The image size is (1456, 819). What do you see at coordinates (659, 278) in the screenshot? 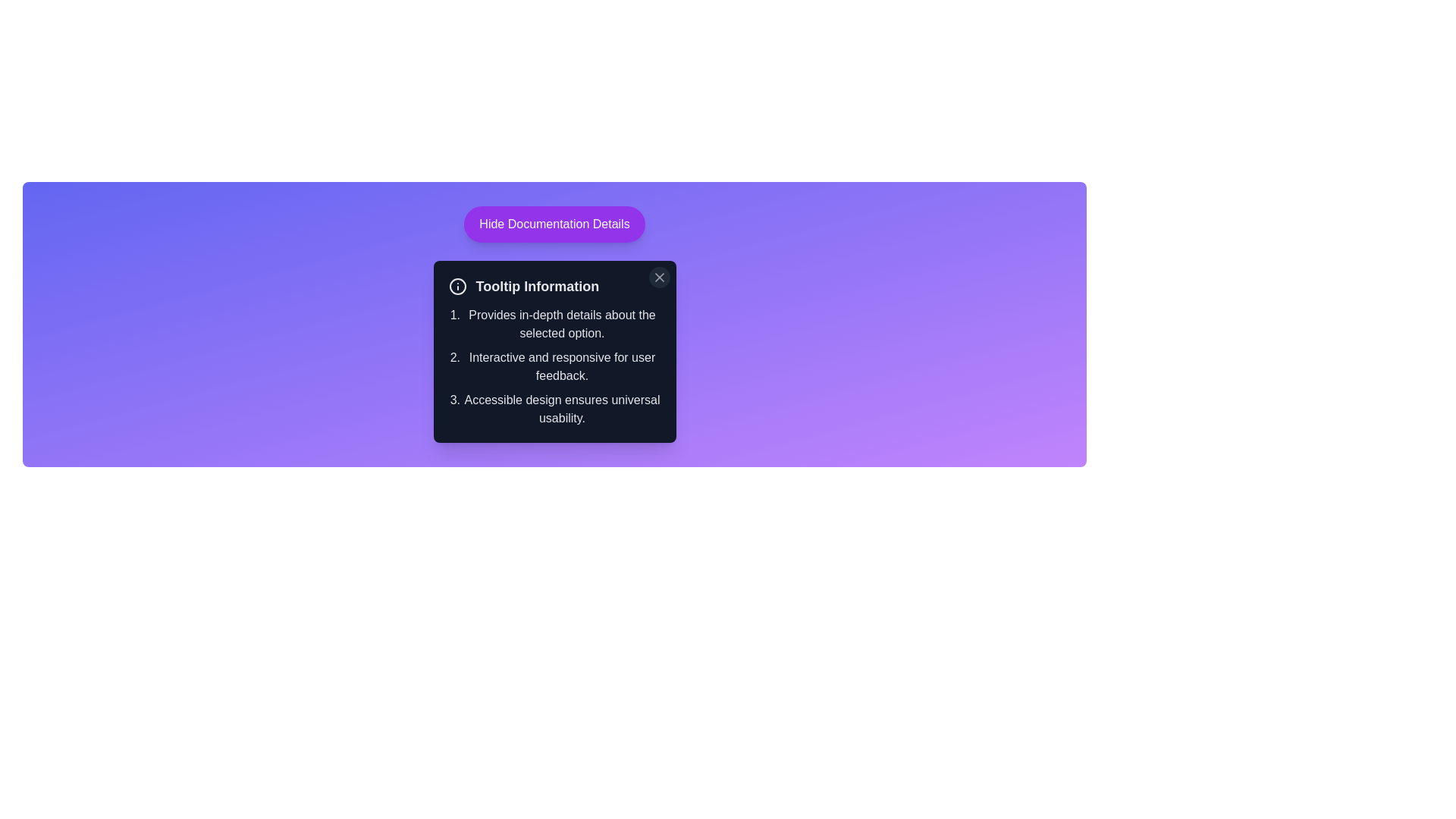
I see `the small 'X' icon button located in the top-right corner of the tooltip with a dark background` at bounding box center [659, 278].